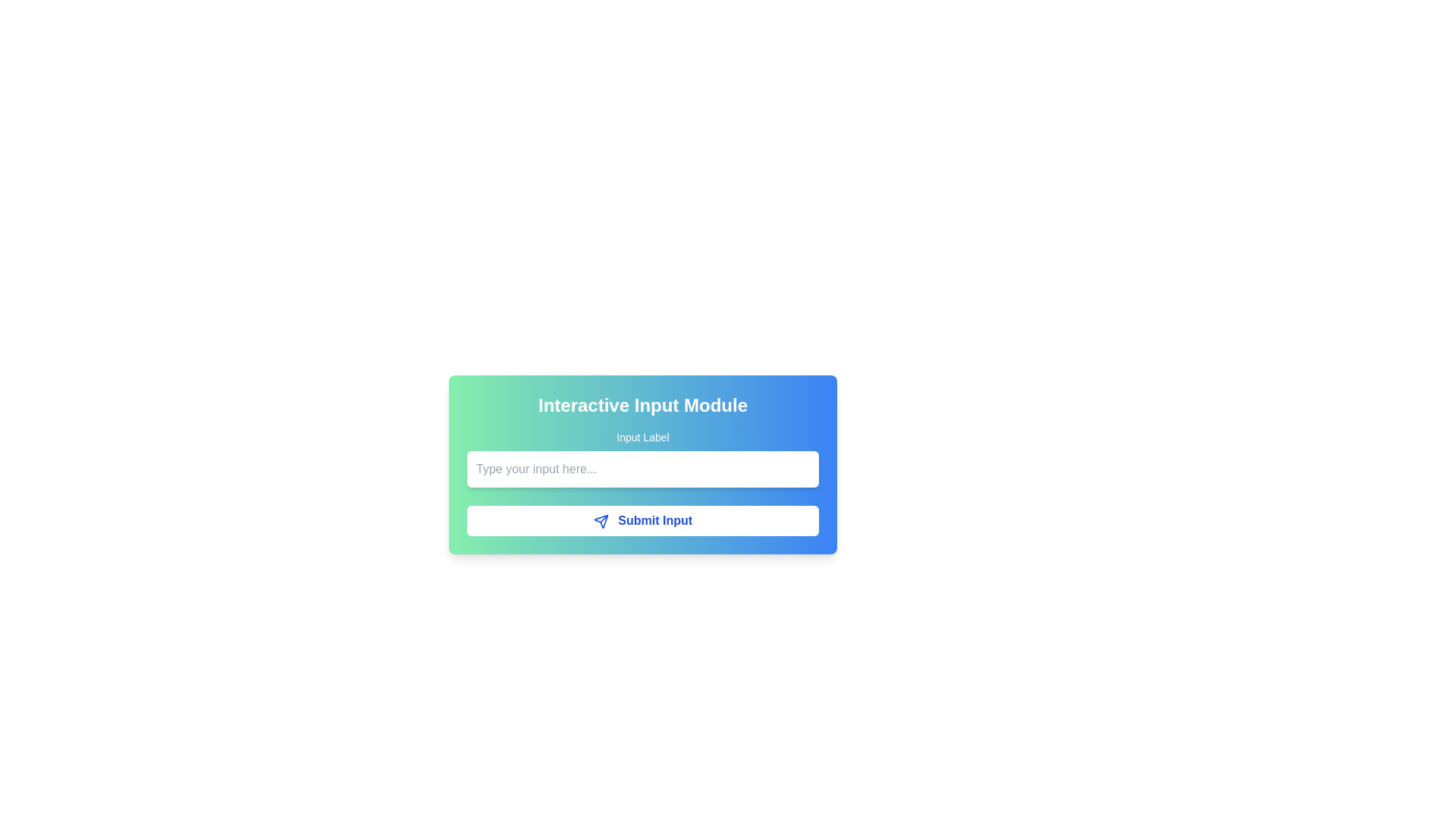 This screenshot has height=819, width=1456. I want to click on the triangular send symbol icon within the 'Submit Input' button located at the bottom-right of the input module, so click(600, 520).